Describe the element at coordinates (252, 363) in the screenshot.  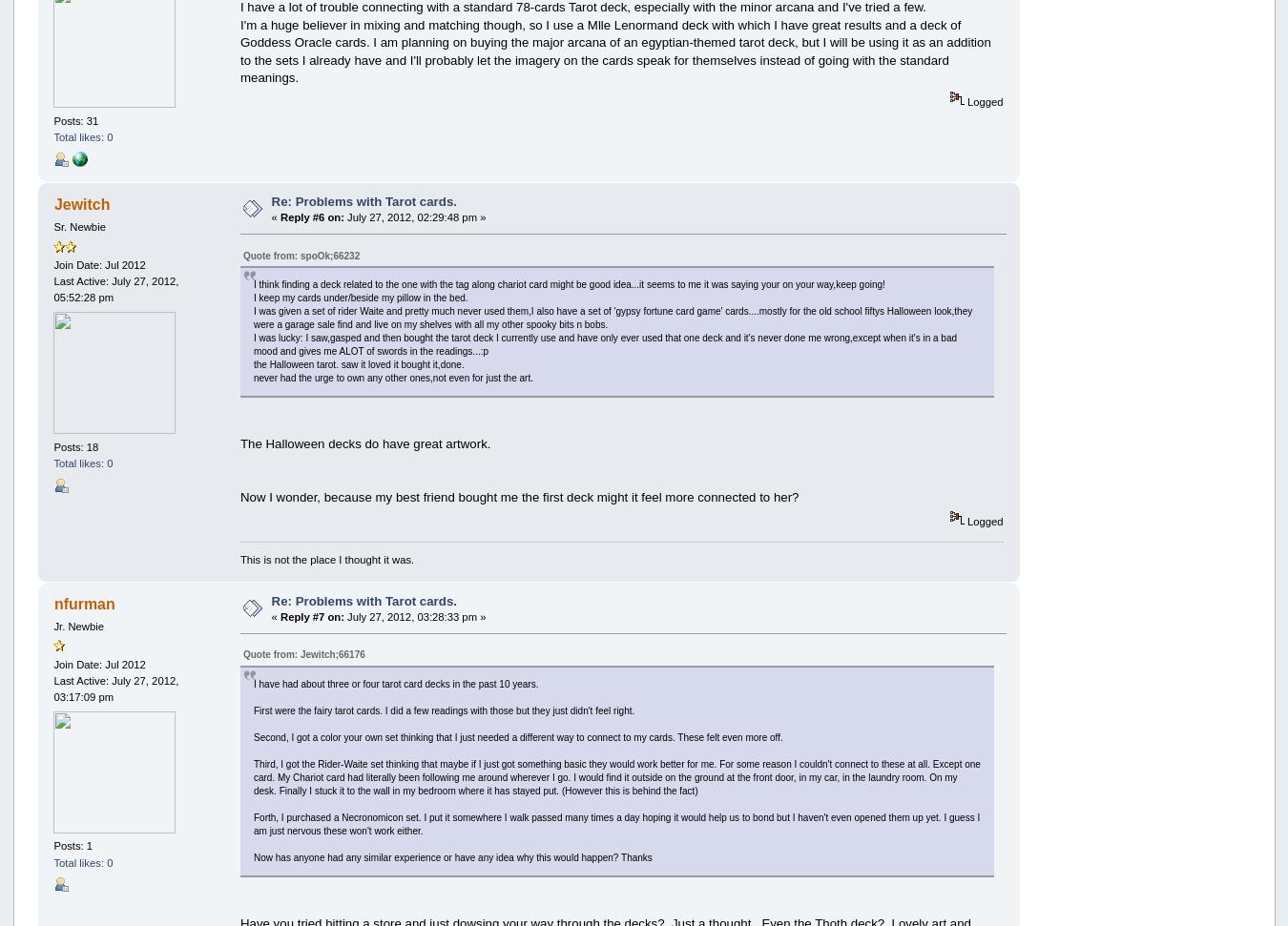
I see `'the Halloween tarot. saw it loved it bought it,done.'` at that location.